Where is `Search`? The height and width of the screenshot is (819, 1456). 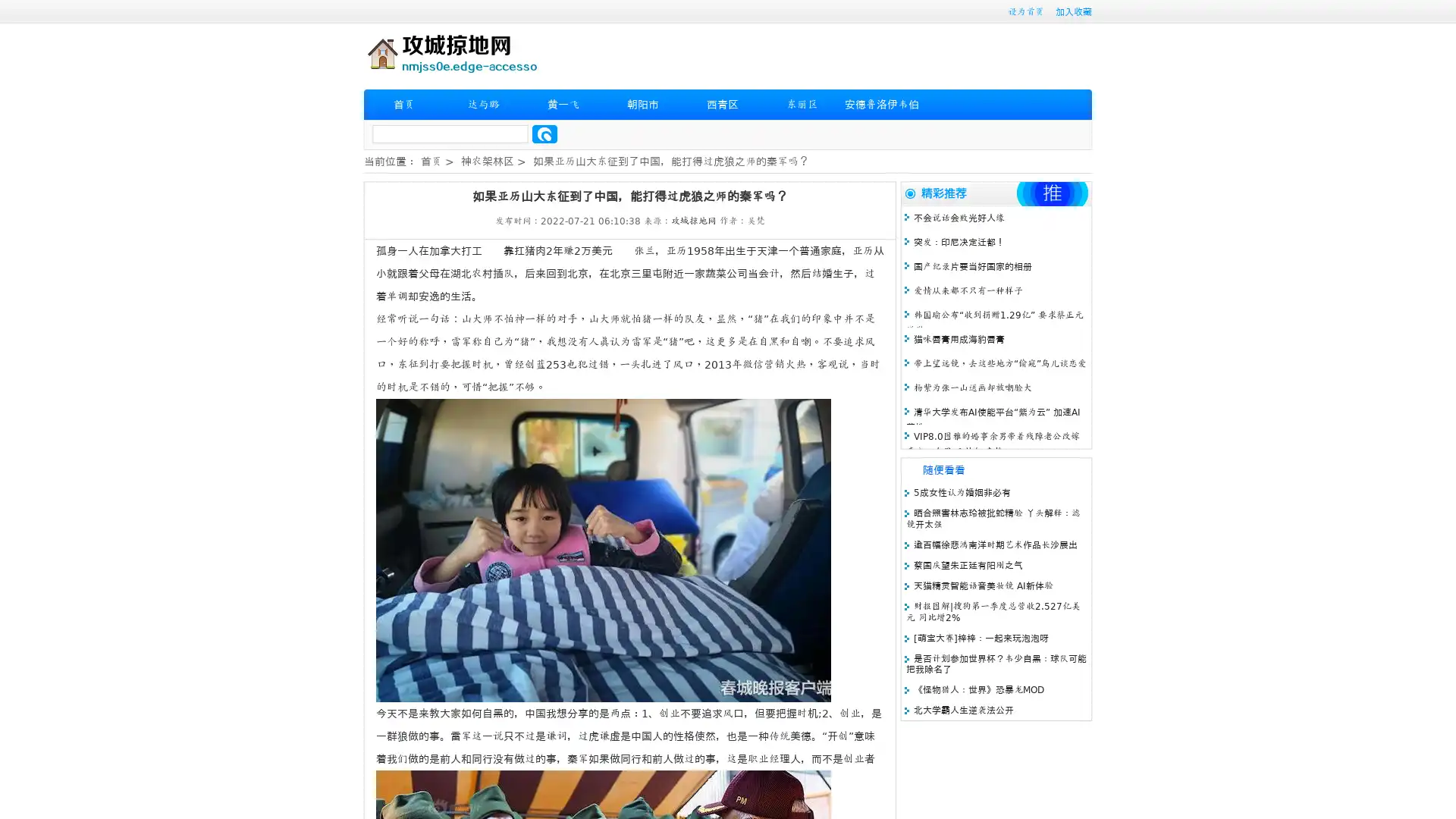
Search is located at coordinates (544, 133).